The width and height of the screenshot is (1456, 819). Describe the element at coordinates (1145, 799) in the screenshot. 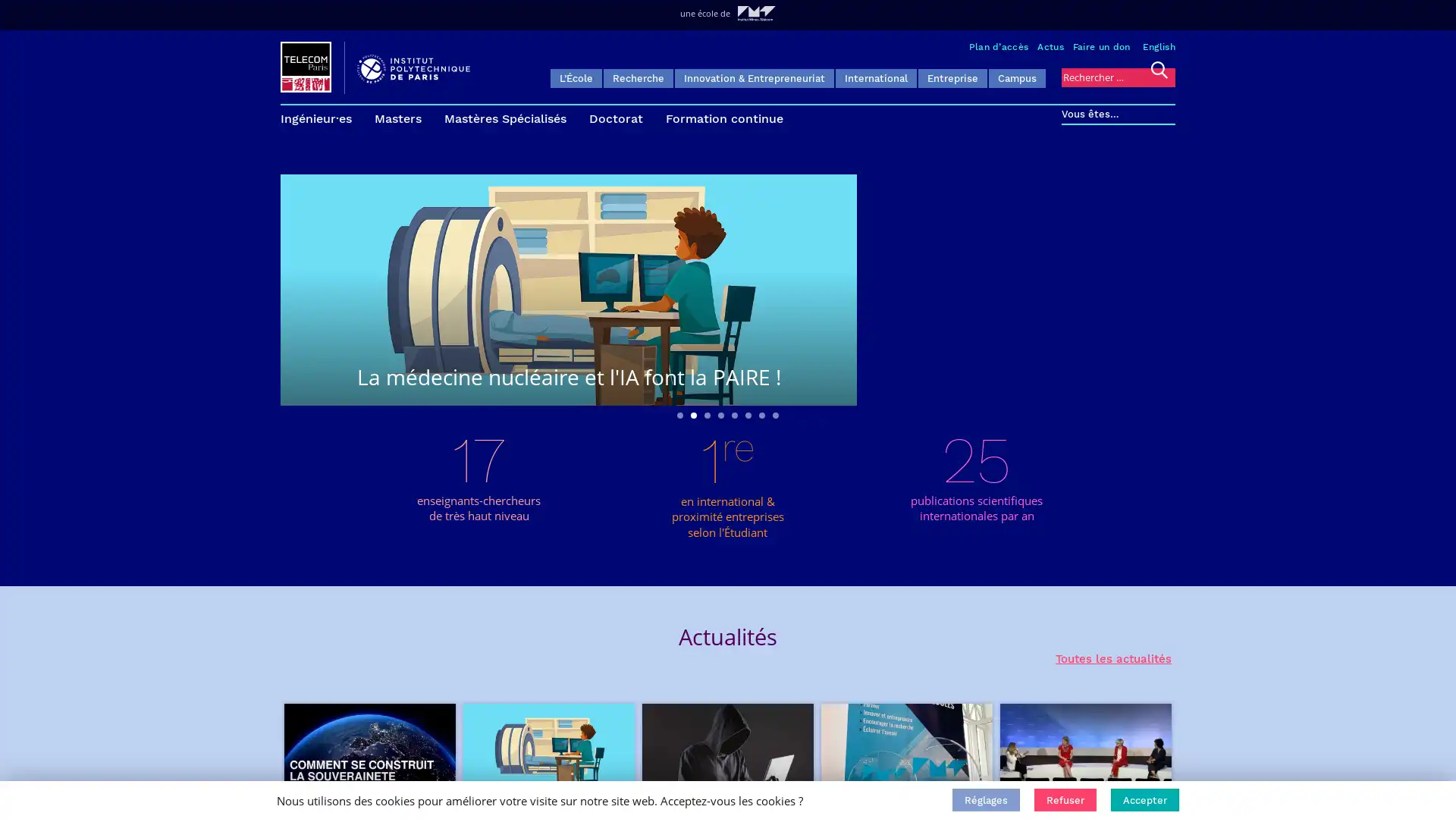

I see `Accepter` at that location.